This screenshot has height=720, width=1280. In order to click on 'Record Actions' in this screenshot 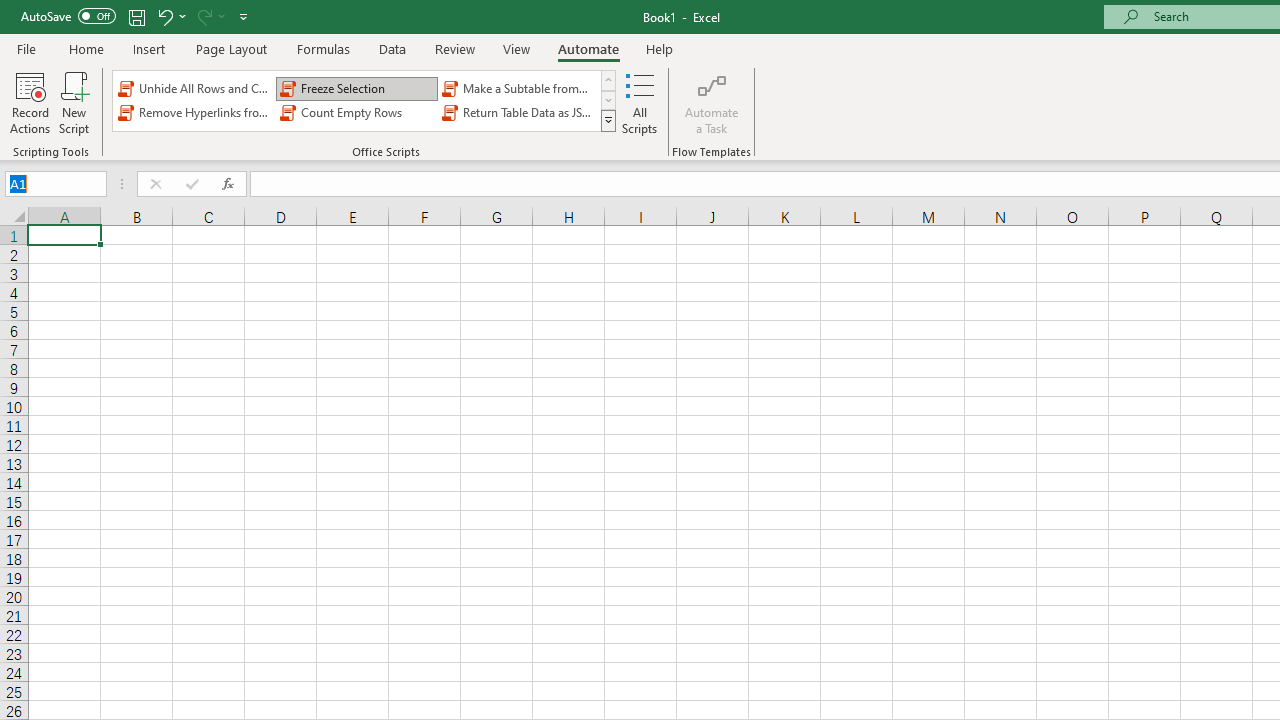, I will do `click(30, 103)`.